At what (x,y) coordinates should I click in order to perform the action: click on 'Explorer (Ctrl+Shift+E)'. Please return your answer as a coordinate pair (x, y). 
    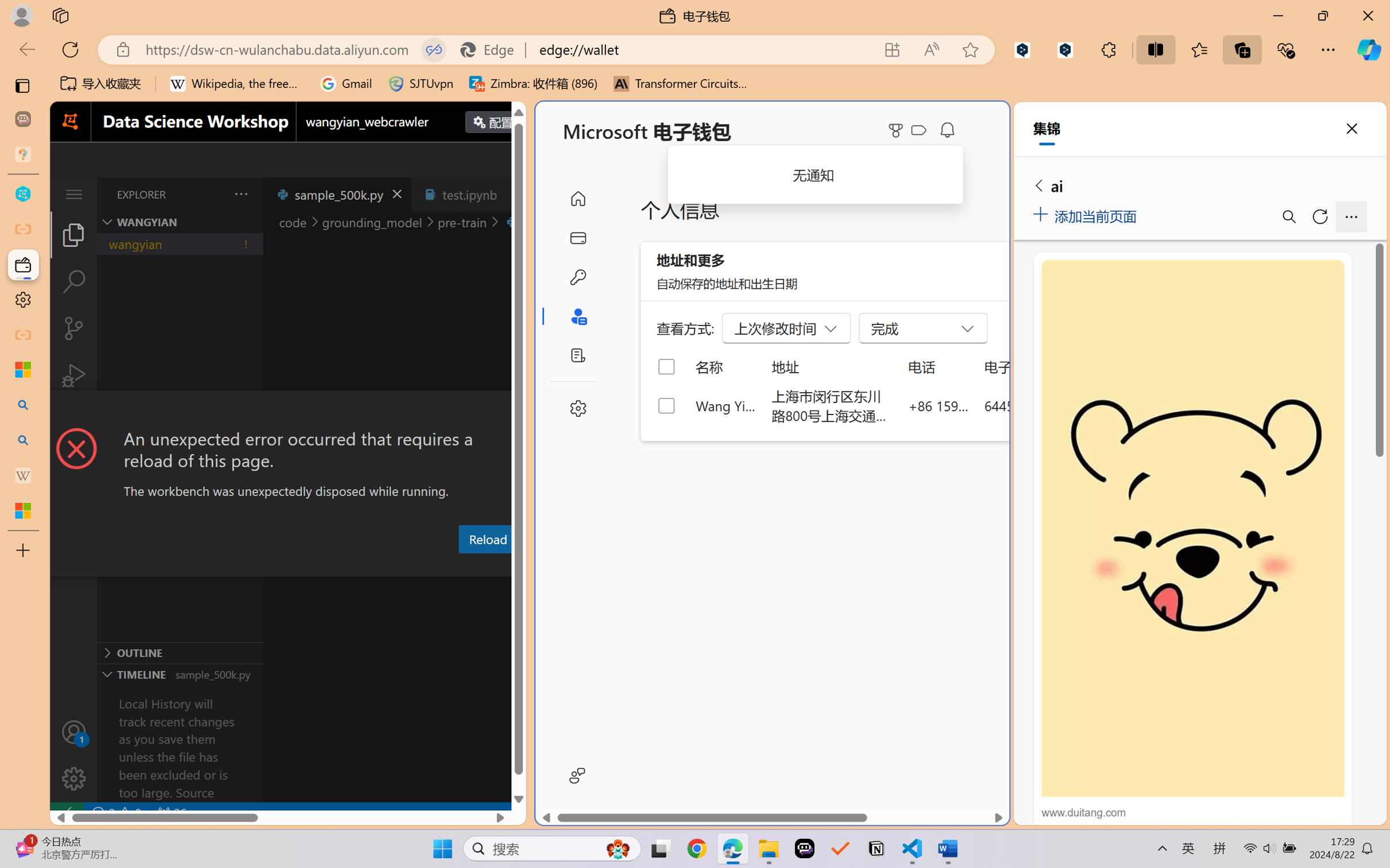
    Looking at the image, I should click on (73, 234).